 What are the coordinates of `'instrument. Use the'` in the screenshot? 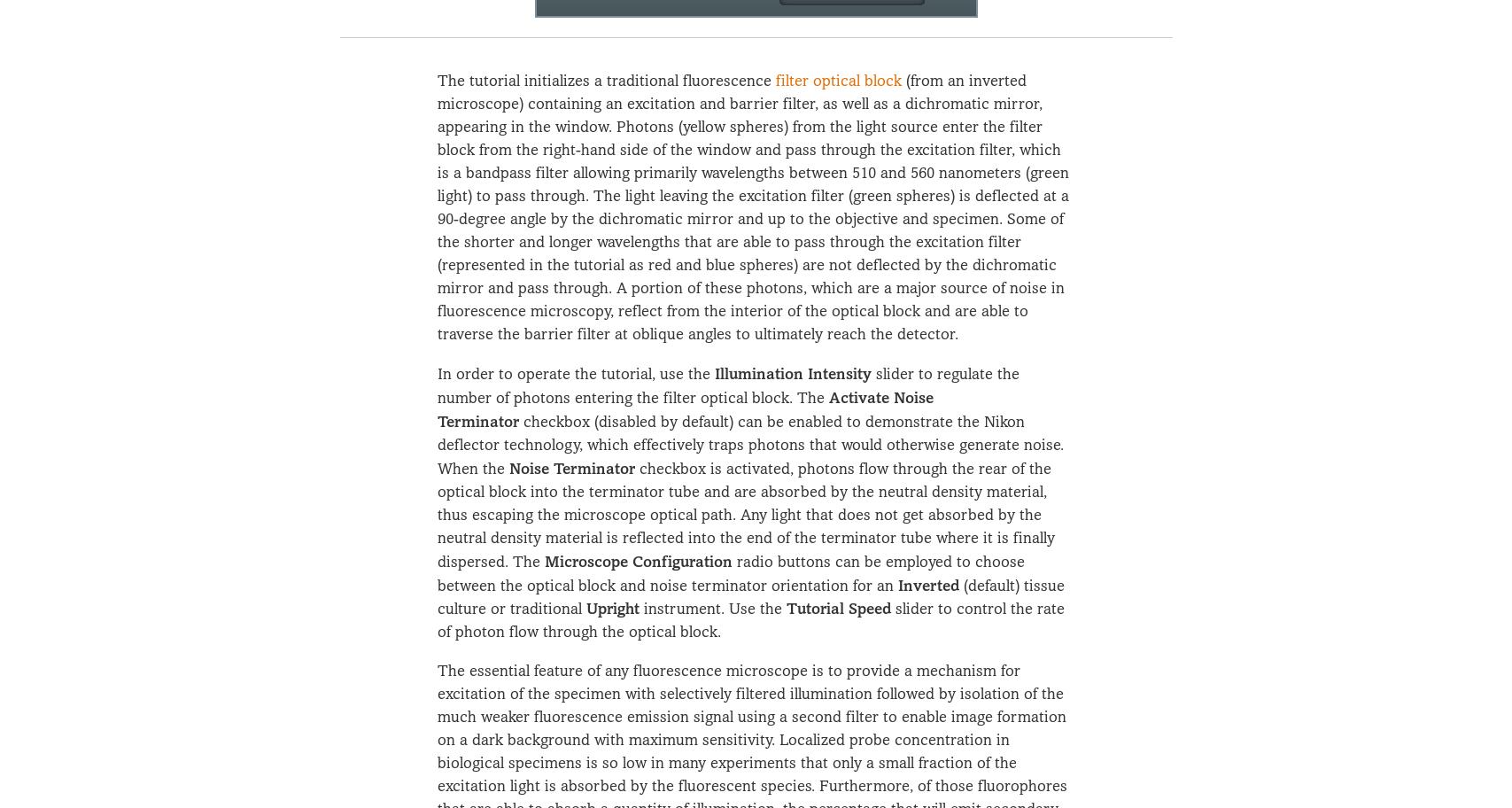 It's located at (711, 609).